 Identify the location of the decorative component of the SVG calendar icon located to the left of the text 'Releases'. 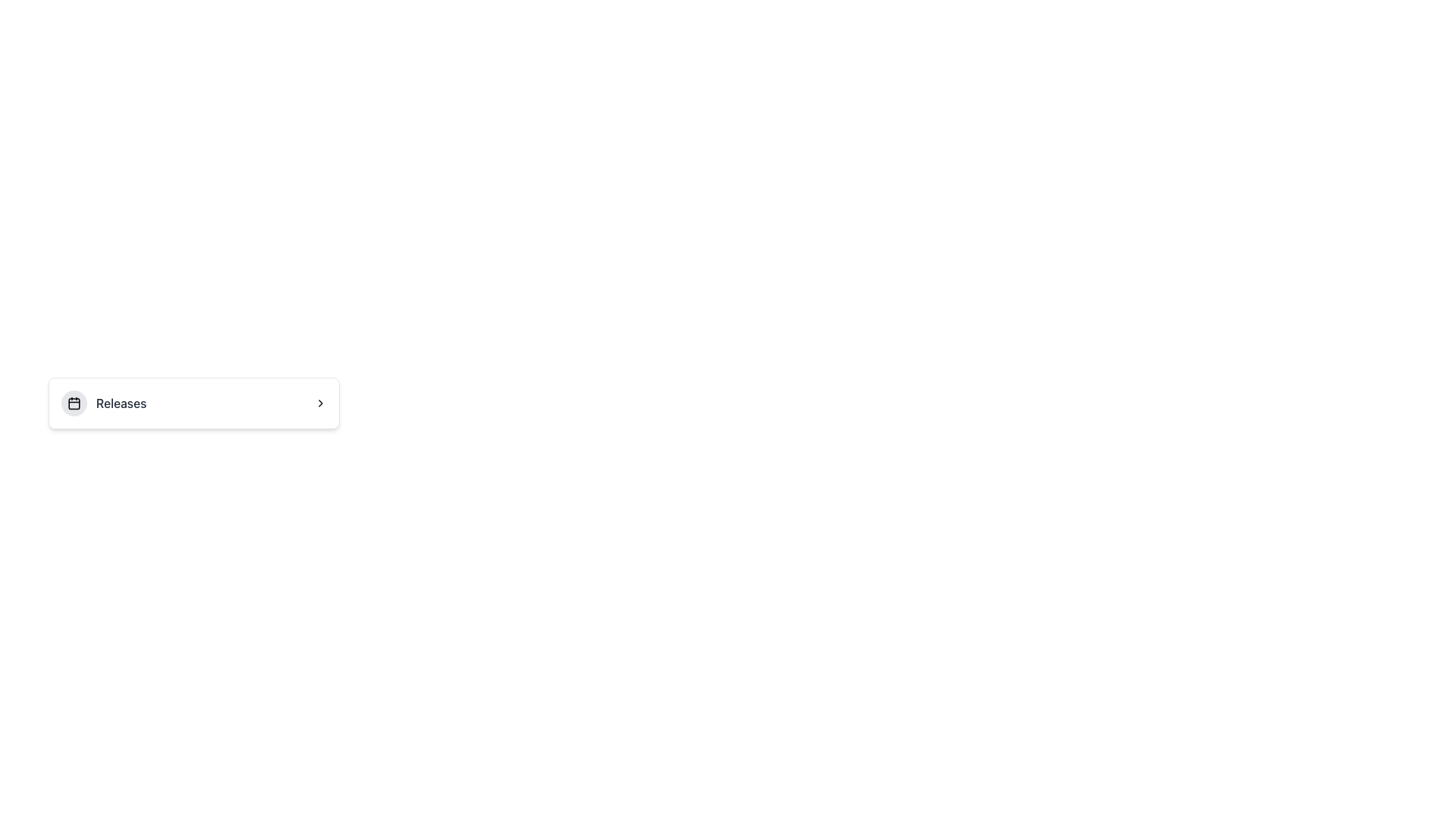
(73, 403).